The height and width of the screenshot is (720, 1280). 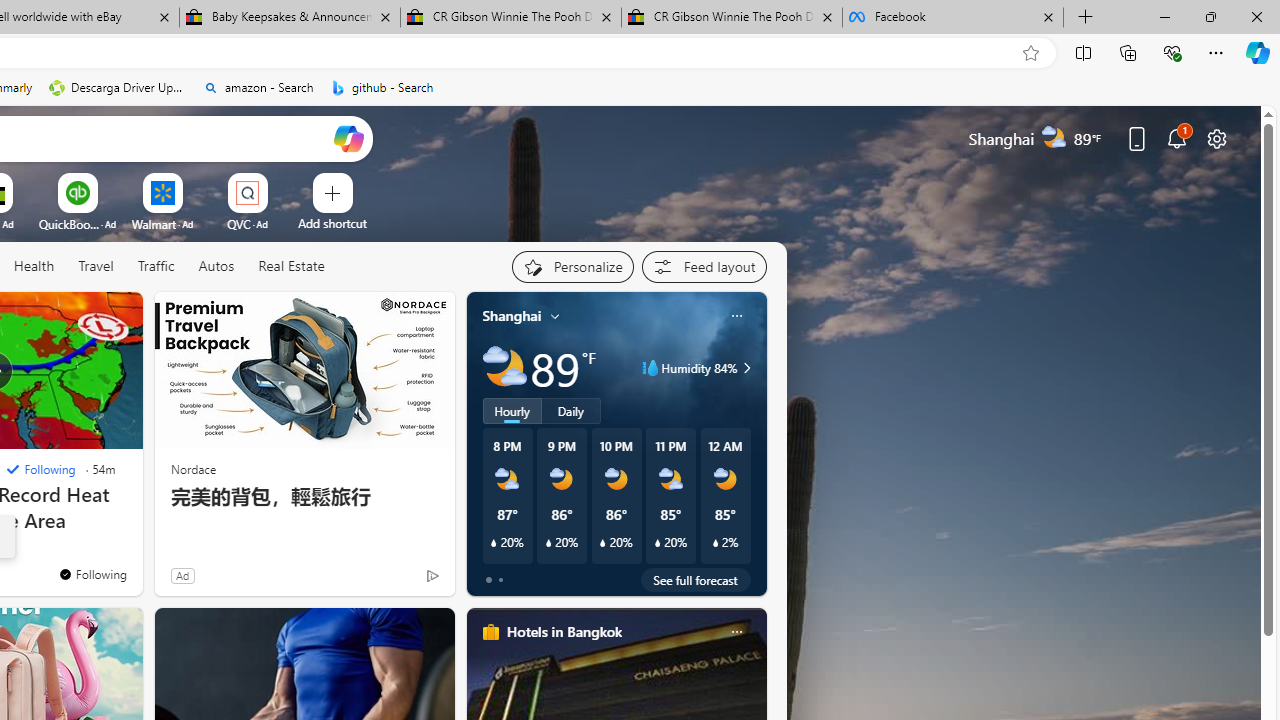 What do you see at coordinates (332, 223) in the screenshot?
I see `'Add a site'` at bounding box center [332, 223].